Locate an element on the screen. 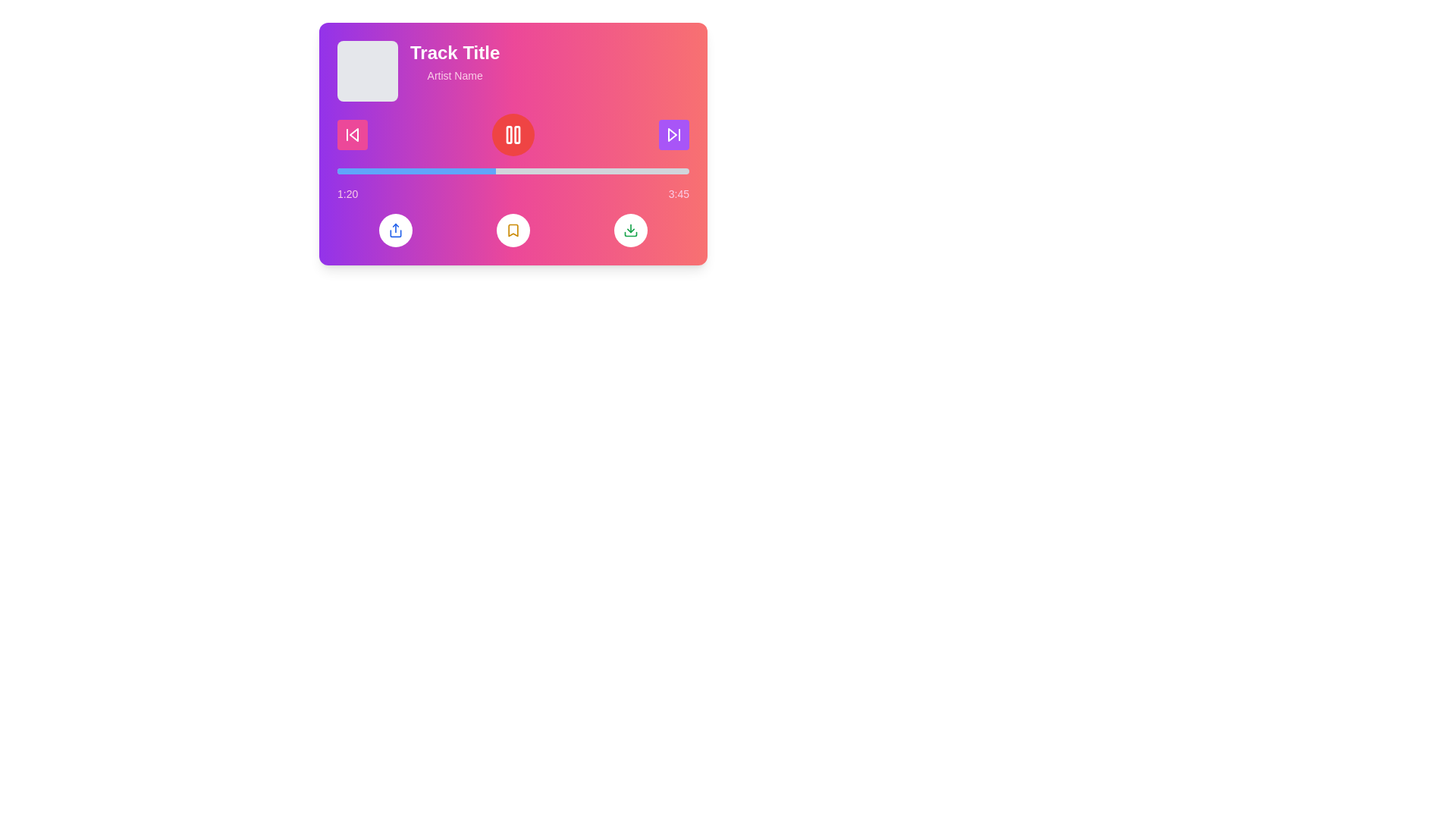 This screenshot has width=1456, height=819. the left rectangle of the 'Pause' icon, which indicates the pause functionality in media playback, located centrally within the media control interface is located at coordinates (509, 133).